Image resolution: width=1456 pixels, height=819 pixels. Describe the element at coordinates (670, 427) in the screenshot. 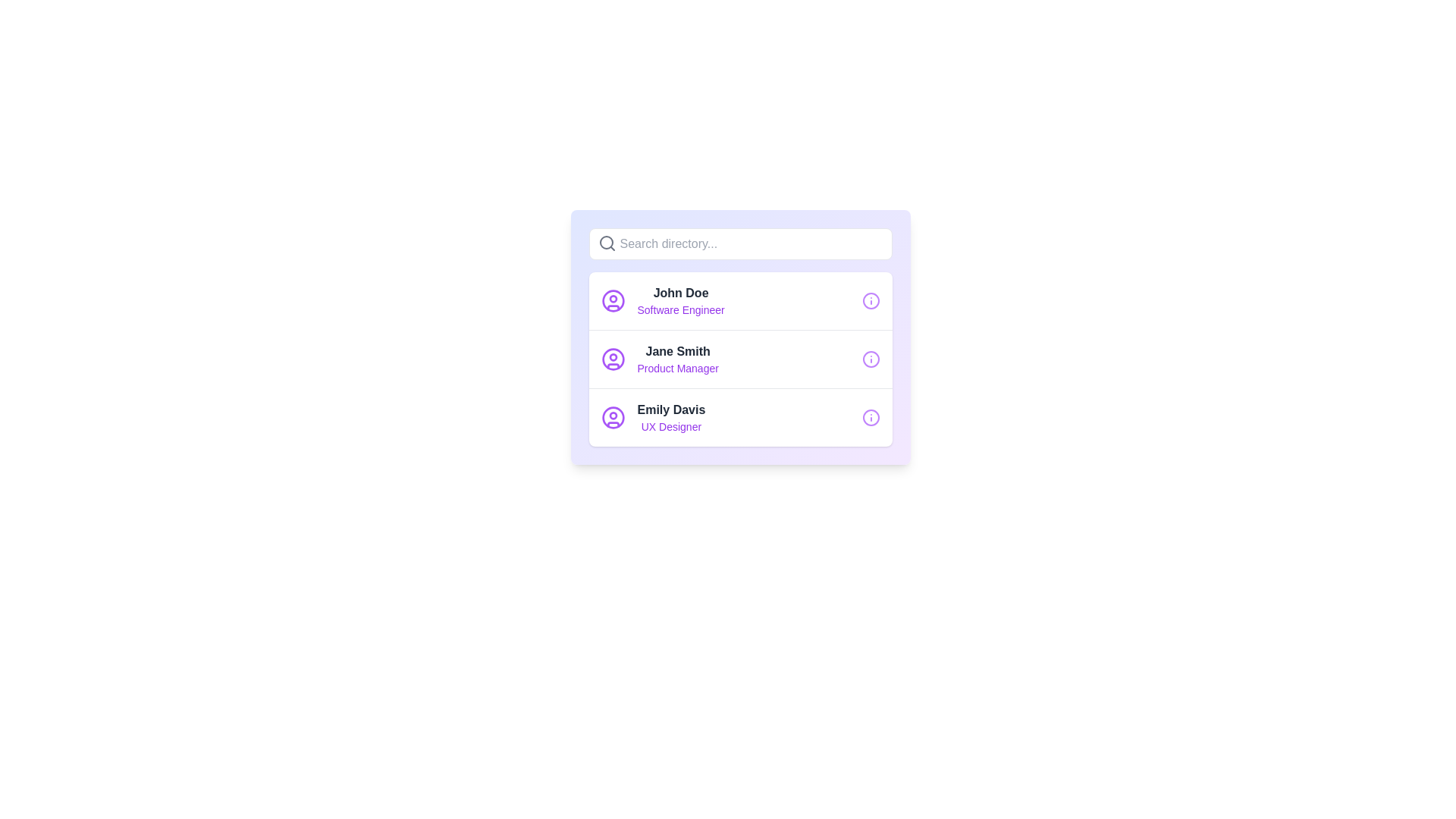

I see `text label that reads 'UX Designer' located below the name 'Emily Davis' in the profile list` at that location.